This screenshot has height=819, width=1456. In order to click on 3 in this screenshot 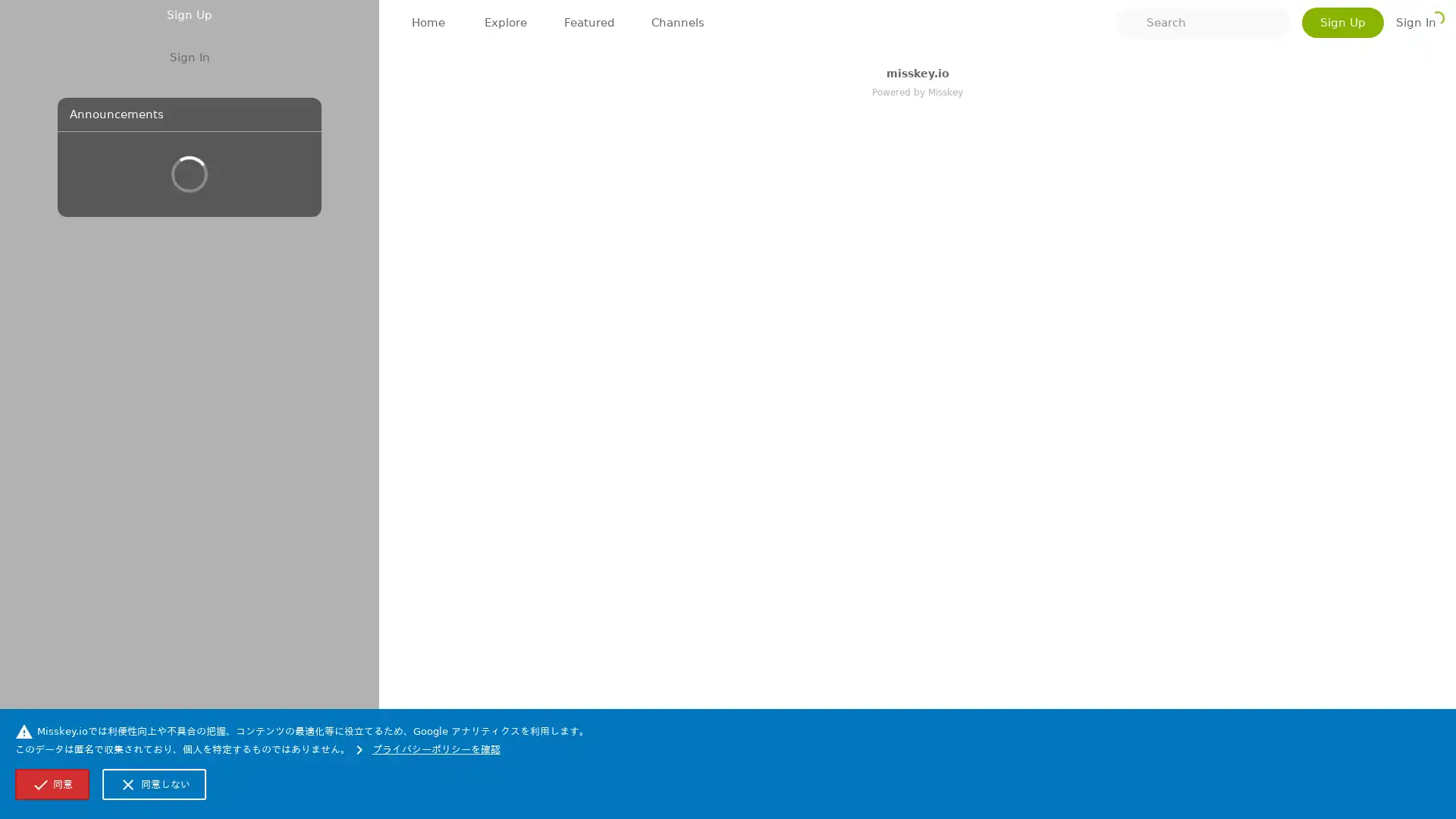, I will do `click(473, 207)`.